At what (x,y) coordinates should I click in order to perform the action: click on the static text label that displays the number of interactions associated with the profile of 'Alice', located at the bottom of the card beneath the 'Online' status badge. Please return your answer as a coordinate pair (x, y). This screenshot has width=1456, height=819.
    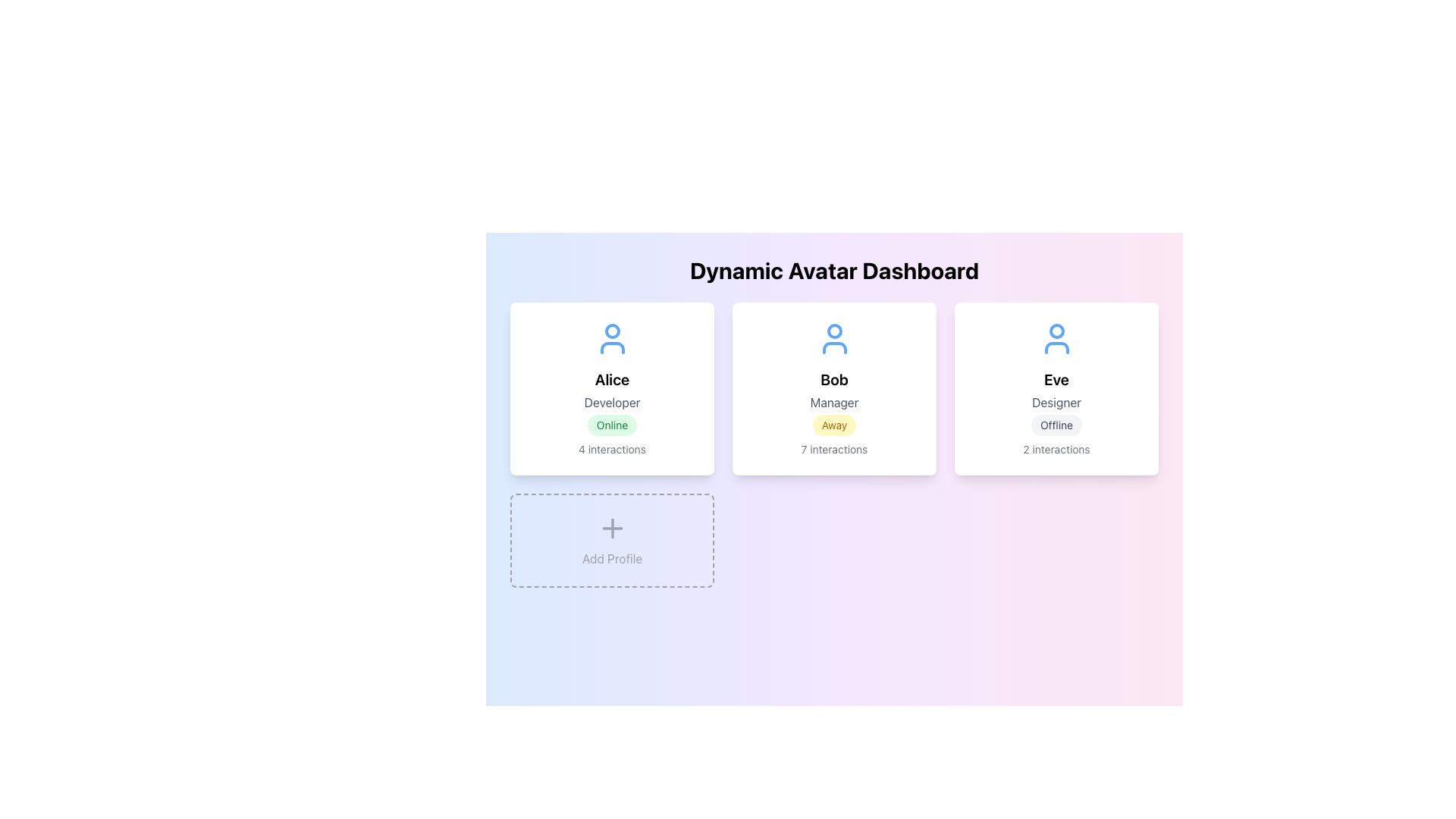
    Looking at the image, I should click on (612, 449).